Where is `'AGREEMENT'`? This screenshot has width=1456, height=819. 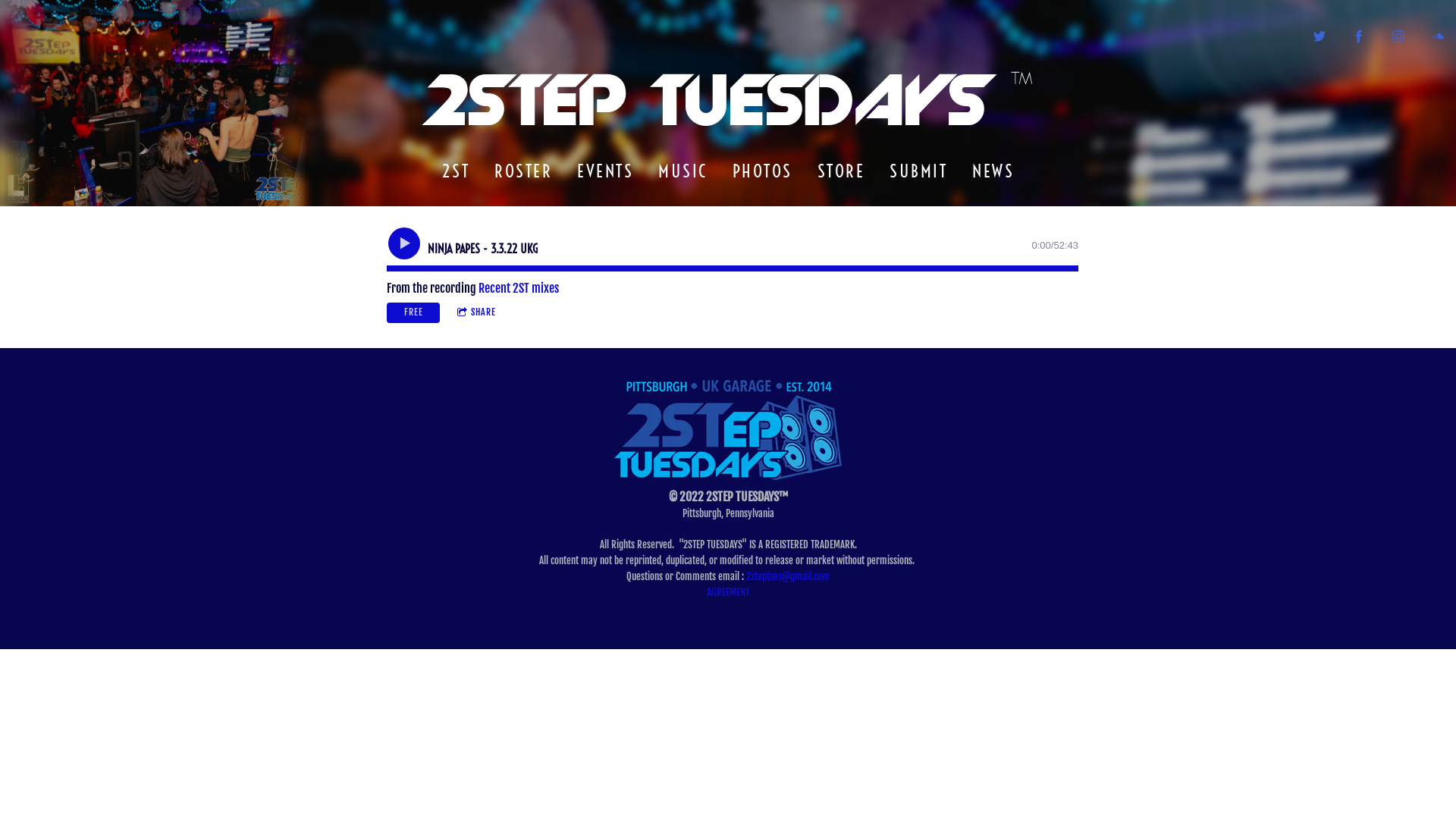
'AGREEMENT' is located at coordinates (705, 591).